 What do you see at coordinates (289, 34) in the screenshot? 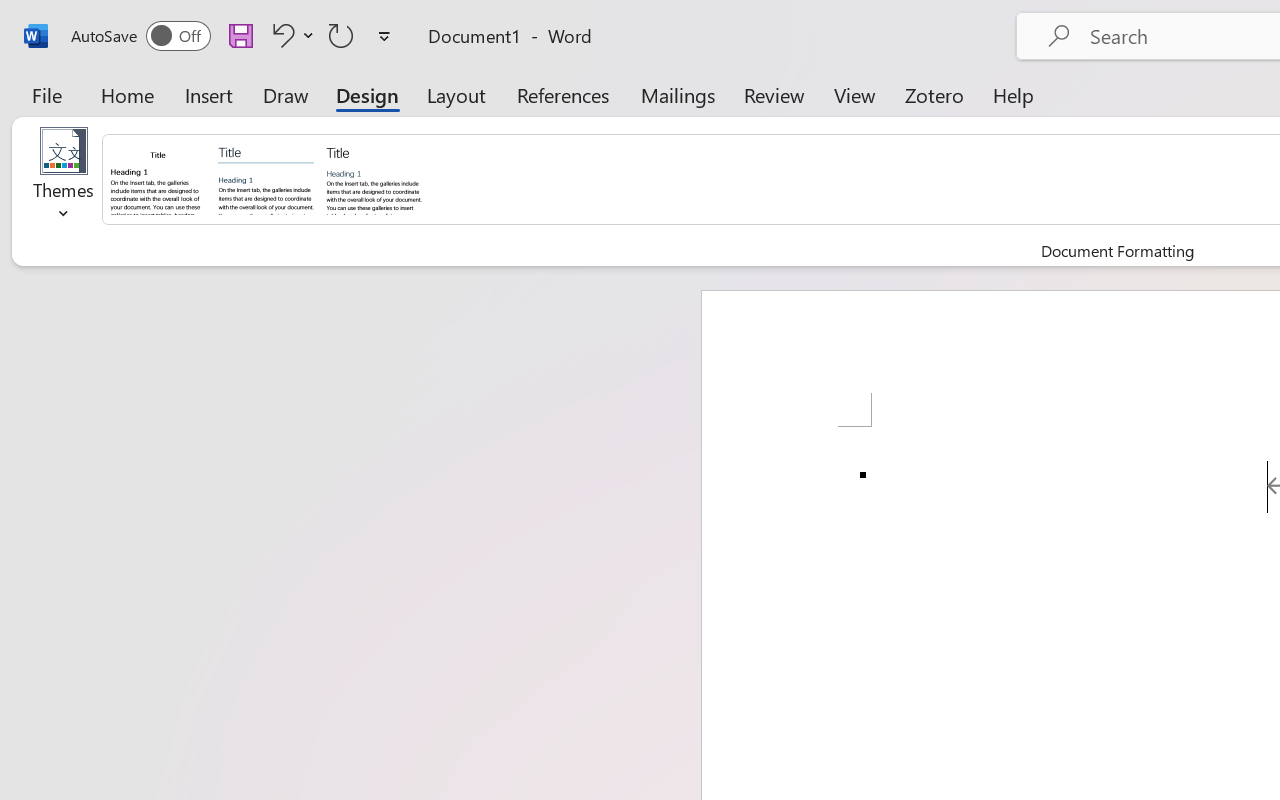
I see `'Undo Apply Quick Style Set'` at bounding box center [289, 34].